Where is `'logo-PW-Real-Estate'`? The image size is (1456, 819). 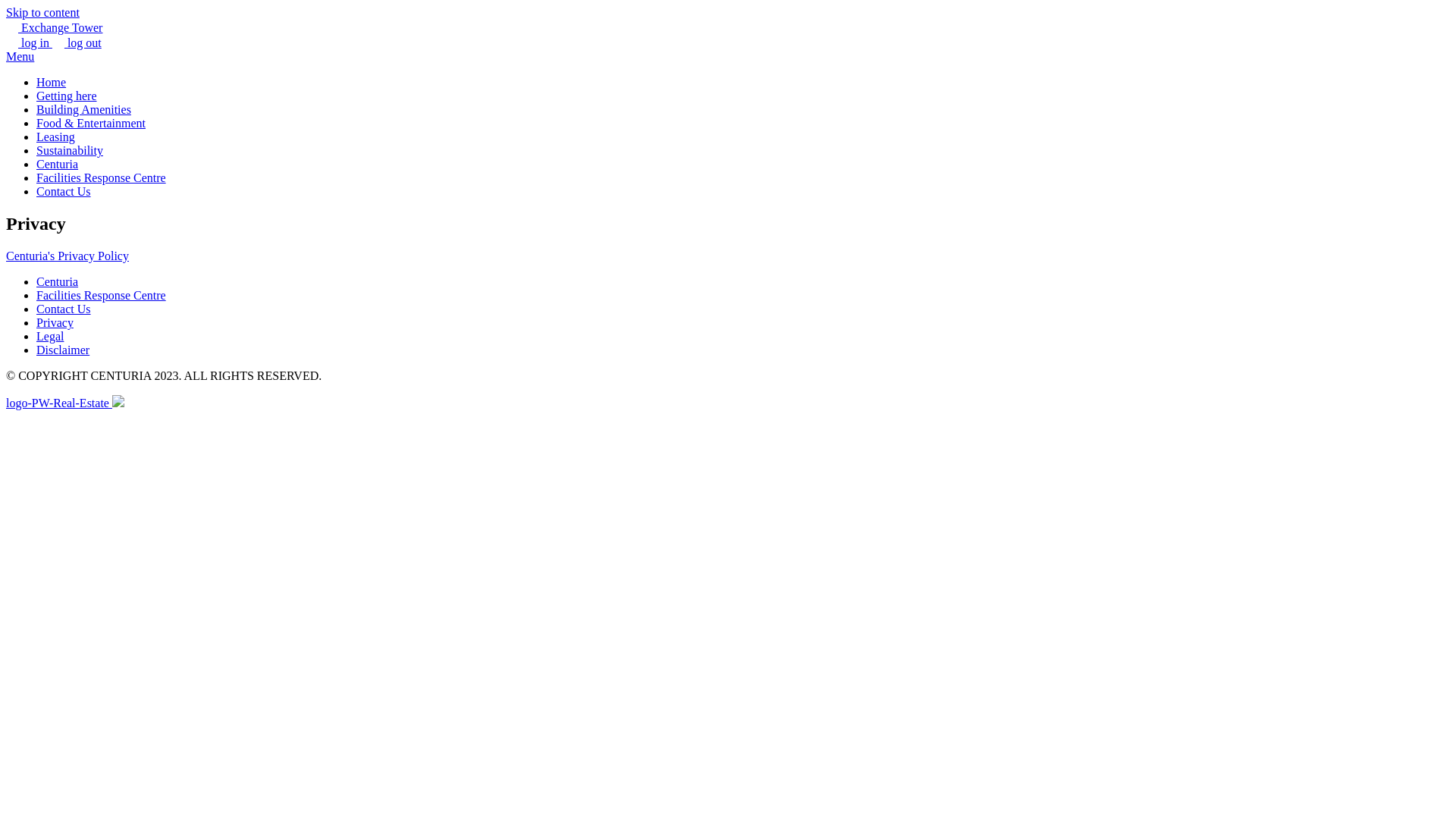
'logo-PW-Real-Estate' is located at coordinates (64, 402).